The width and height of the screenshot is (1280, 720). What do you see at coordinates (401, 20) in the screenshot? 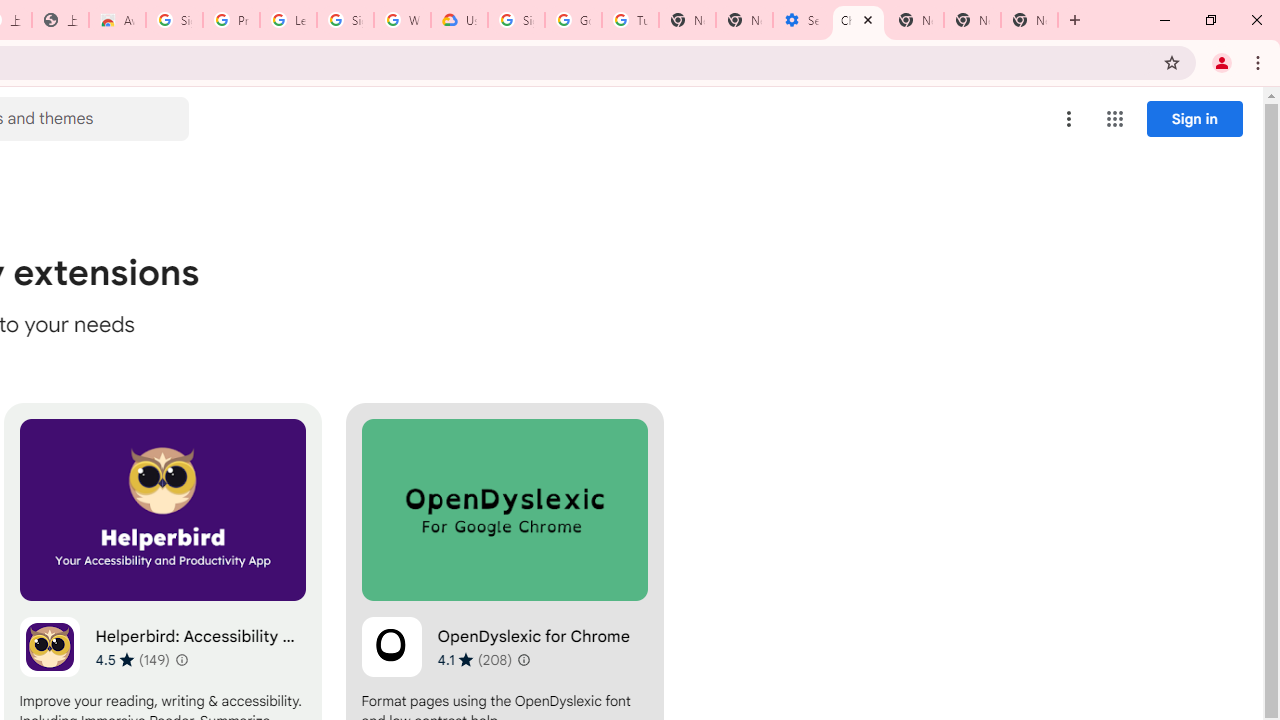
I see `'Who are Google'` at bounding box center [401, 20].